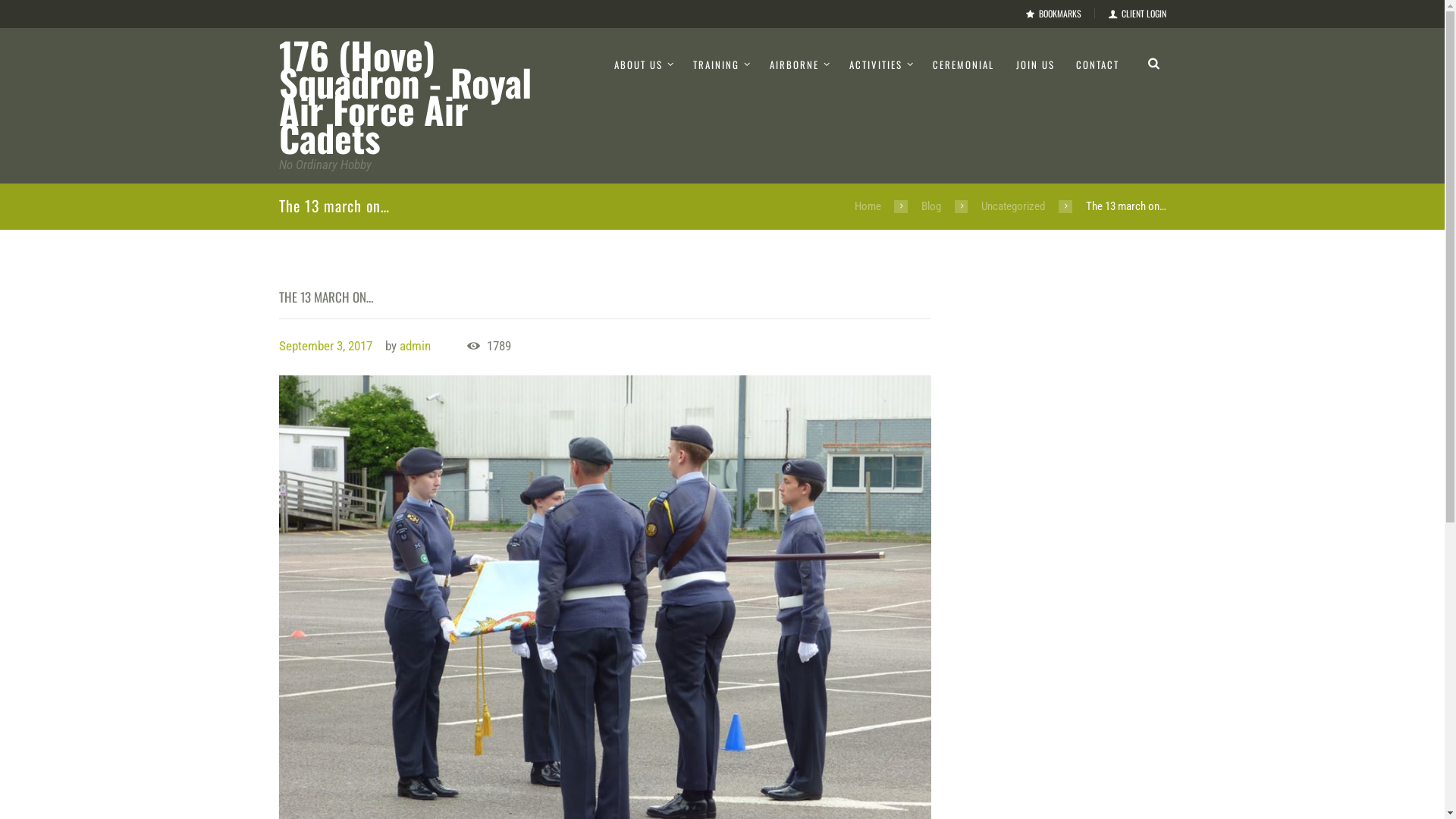 The height and width of the screenshot is (819, 1456). I want to click on 'ABOUT US', so click(643, 64).